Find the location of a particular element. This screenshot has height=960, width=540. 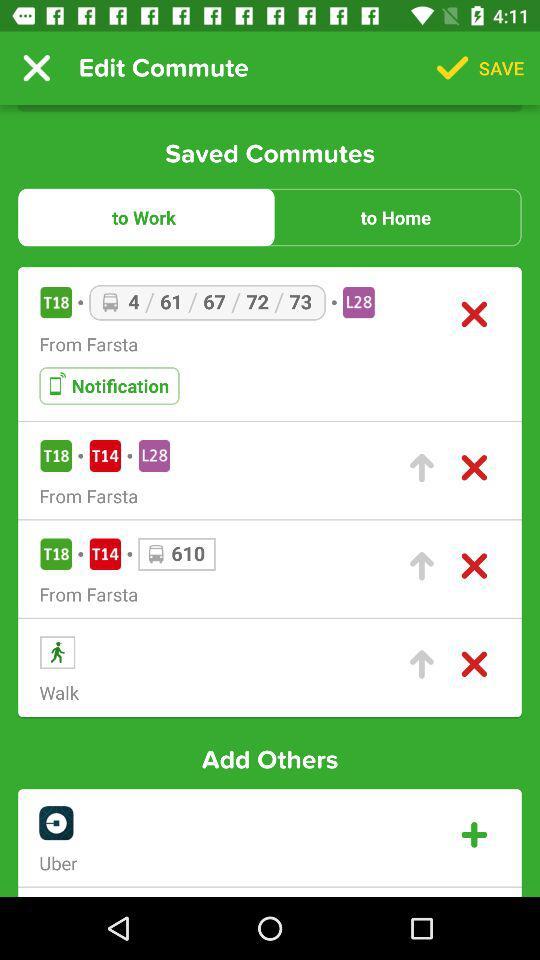

the icon above saved commutes icon is located at coordinates (36, 68).